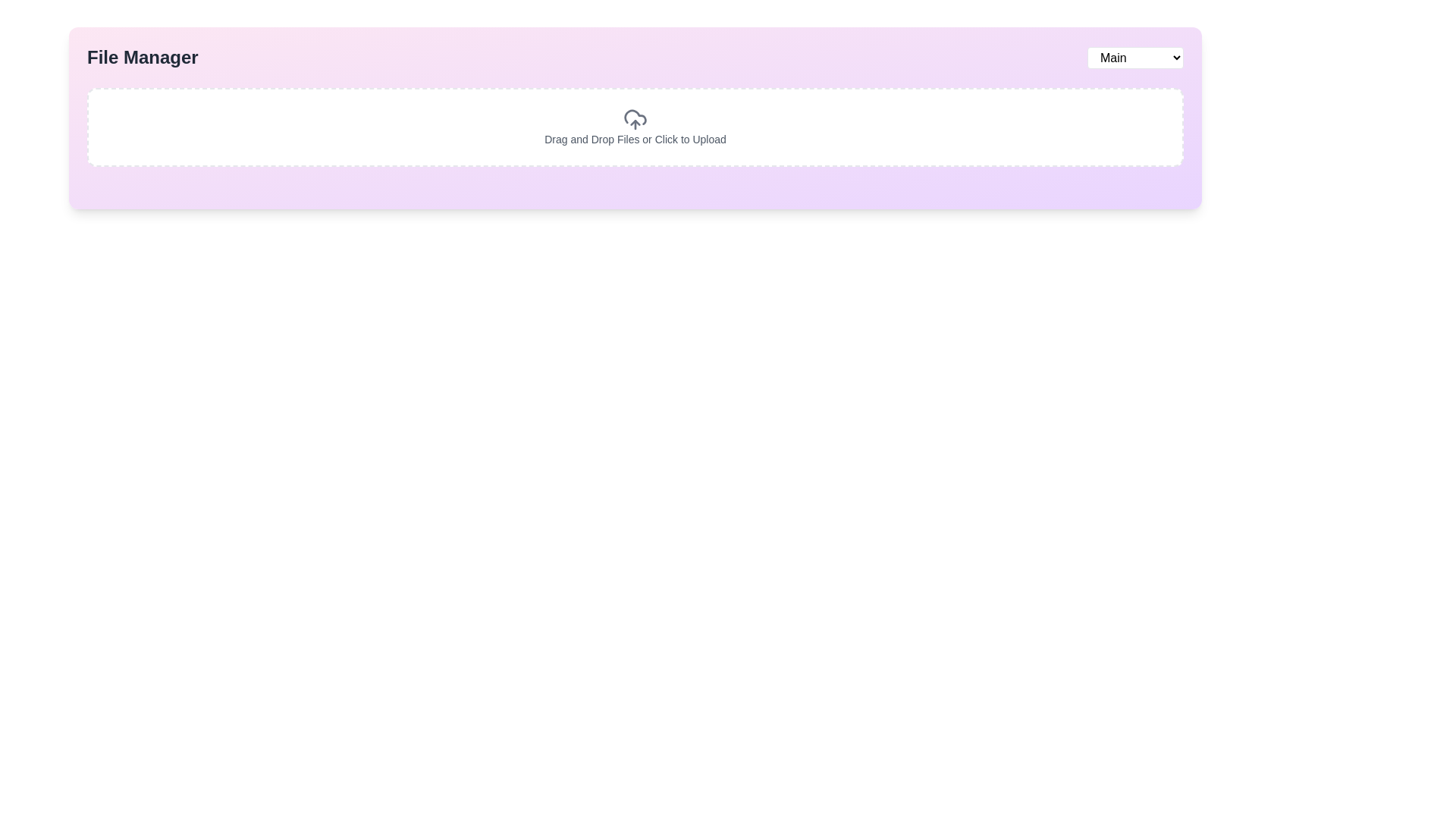 This screenshot has height=819, width=1456. Describe the element at coordinates (143, 57) in the screenshot. I see `text header displaying 'File Manager', which is a bold, large-sized text in dark gray color located at the top-left area of the interface` at that location.